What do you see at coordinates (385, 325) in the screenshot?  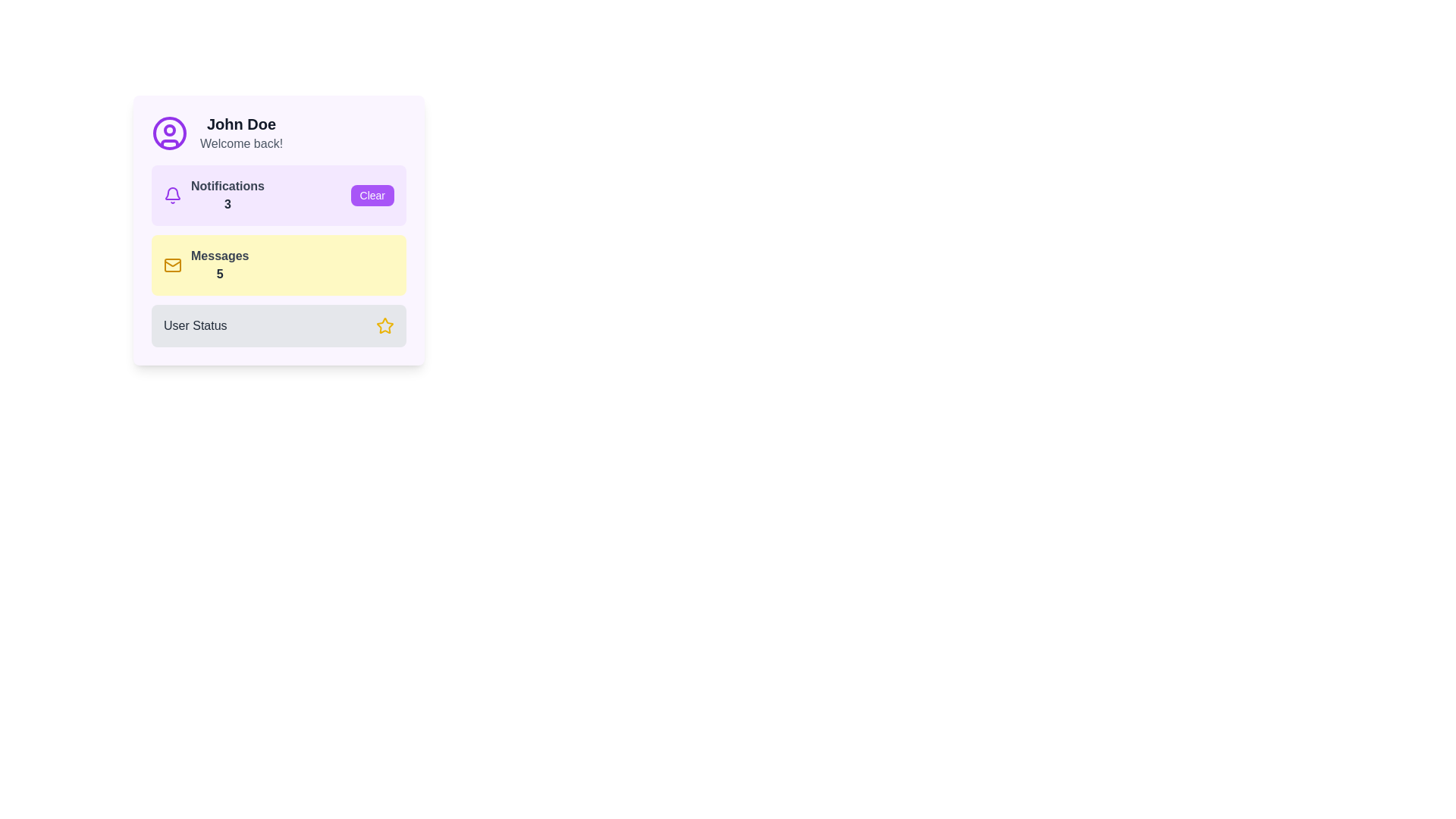 I see `the star icon representing a status or rating, located at the bottom of the user interface card in the 'User Status' area` at bounding box center [385, 325].